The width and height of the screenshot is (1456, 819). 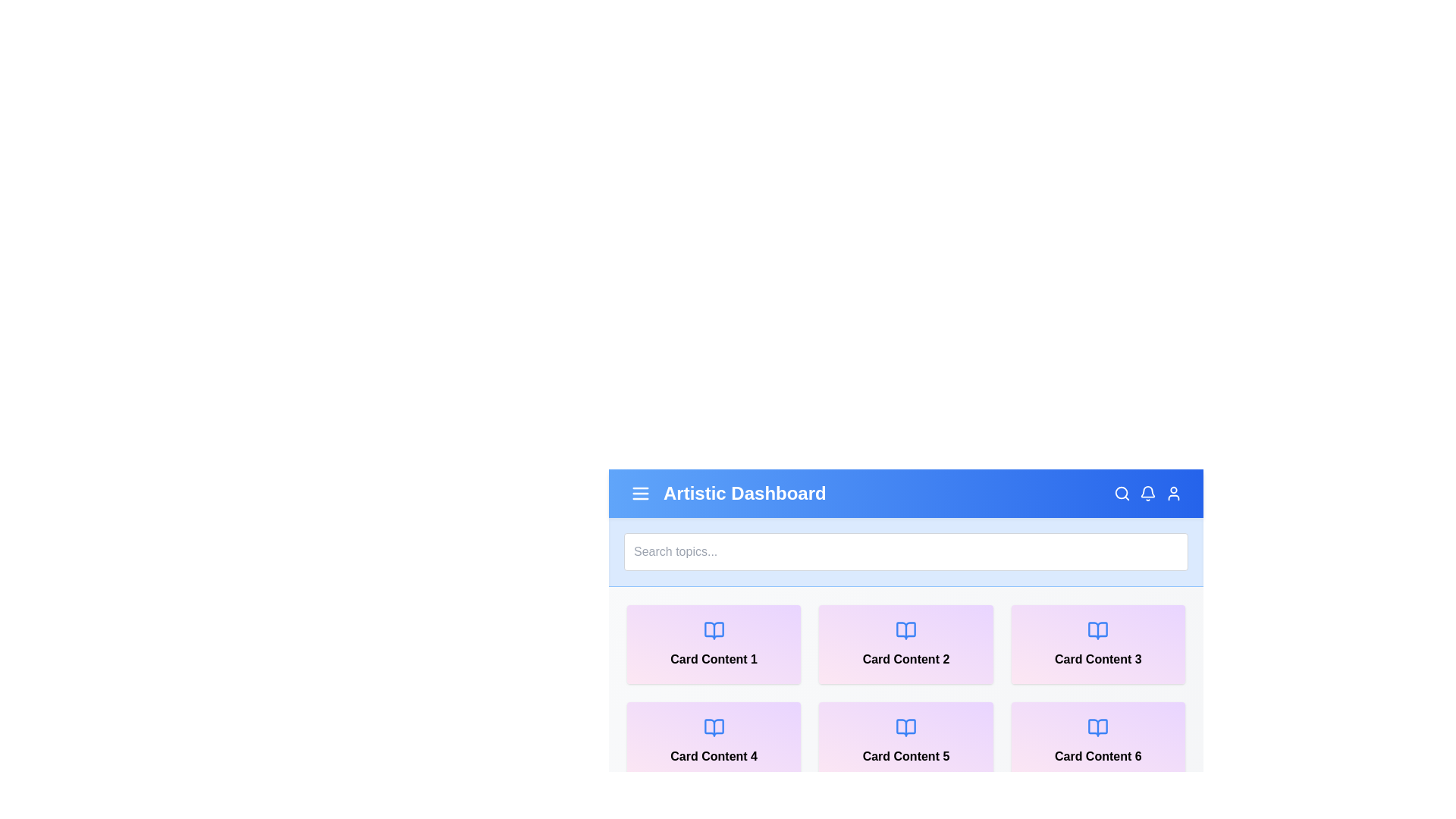 I want to click on the navigation bar elements: user_icon, so click(x=1173, y=494).